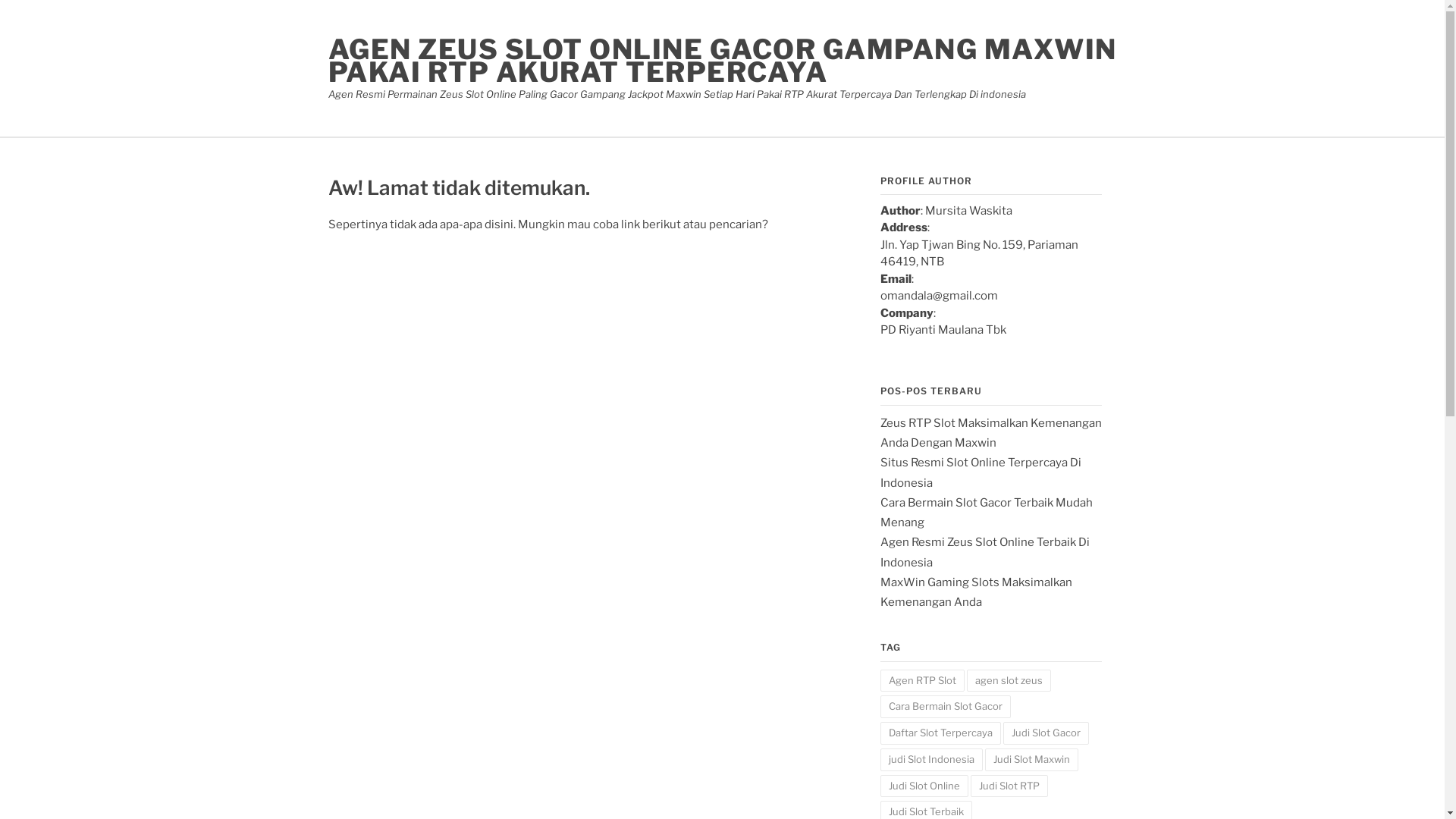 Image resolution: width=1456 pixels, height=819 pixels. What do you see at coordinates (930, 760) in the screenshot?
I see `'judi Slot Indonesia'` at bounding box center [930, 760].